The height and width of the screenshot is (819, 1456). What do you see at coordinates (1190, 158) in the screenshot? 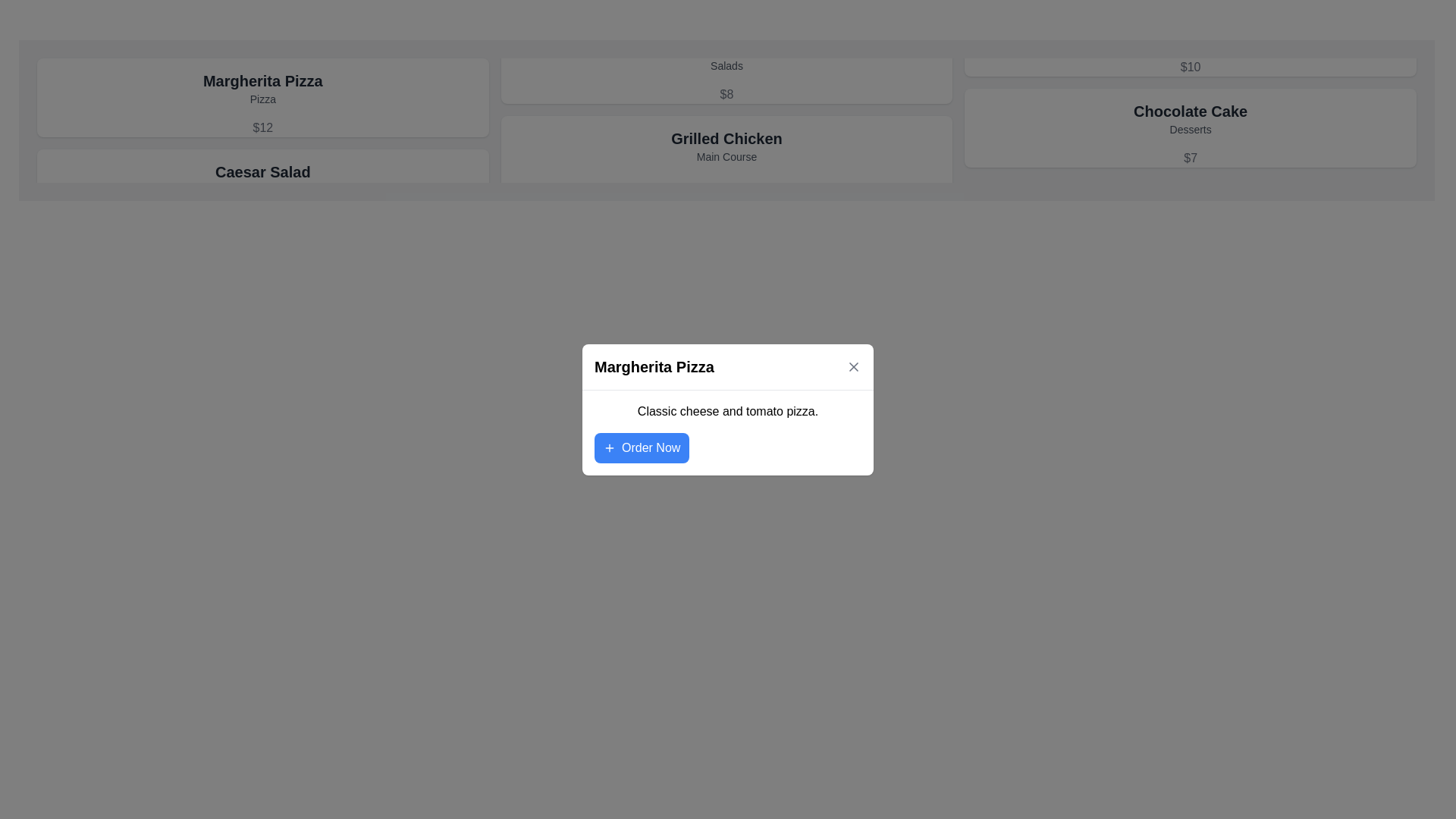
I see `the static text label displaying the price '$7' at the bottom of the card for 'Chocolate Cake' in the top-right area of the page` at bounding box center [1190, 158].